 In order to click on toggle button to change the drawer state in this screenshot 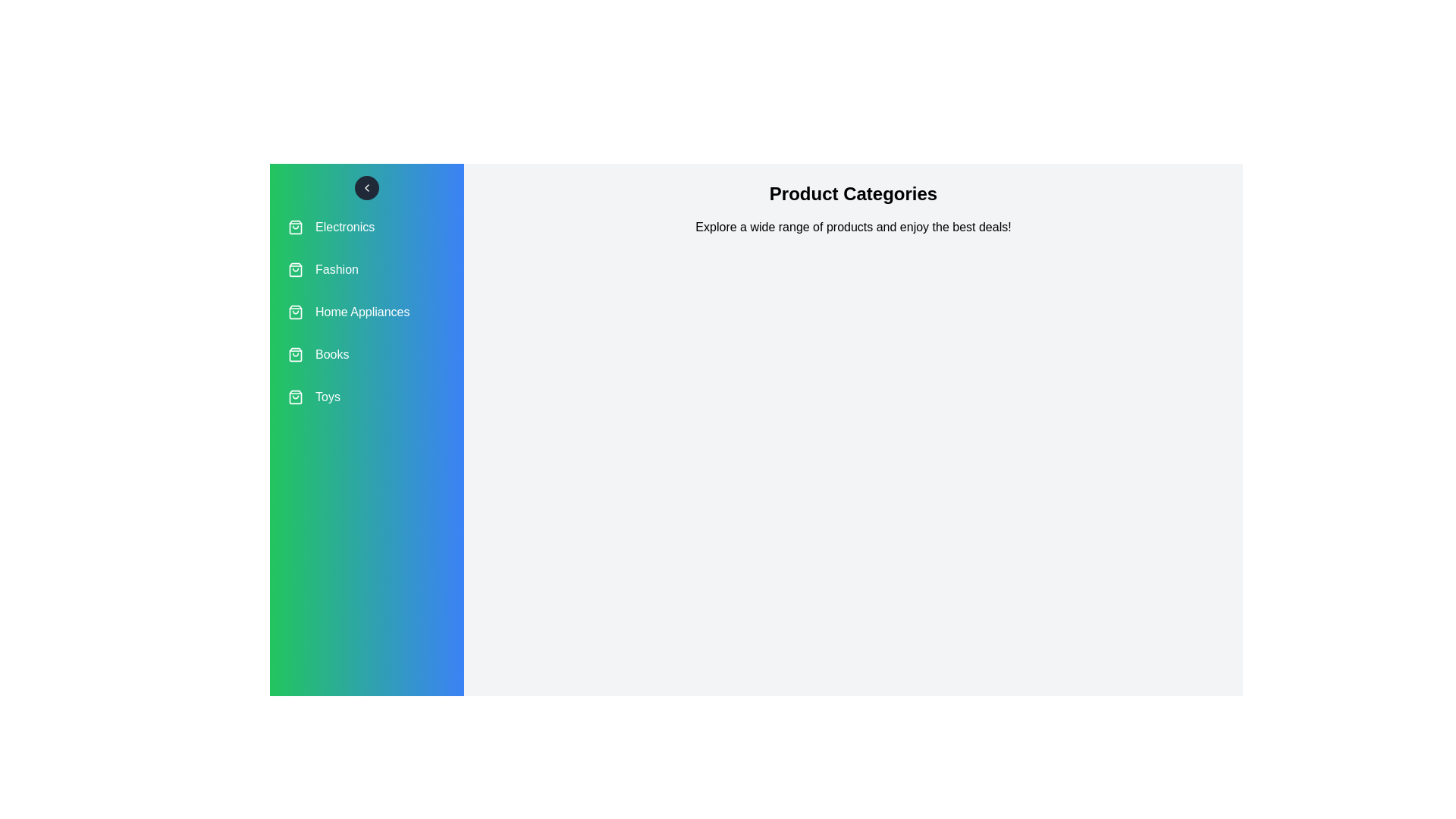, I will do `click(367, 187)`.